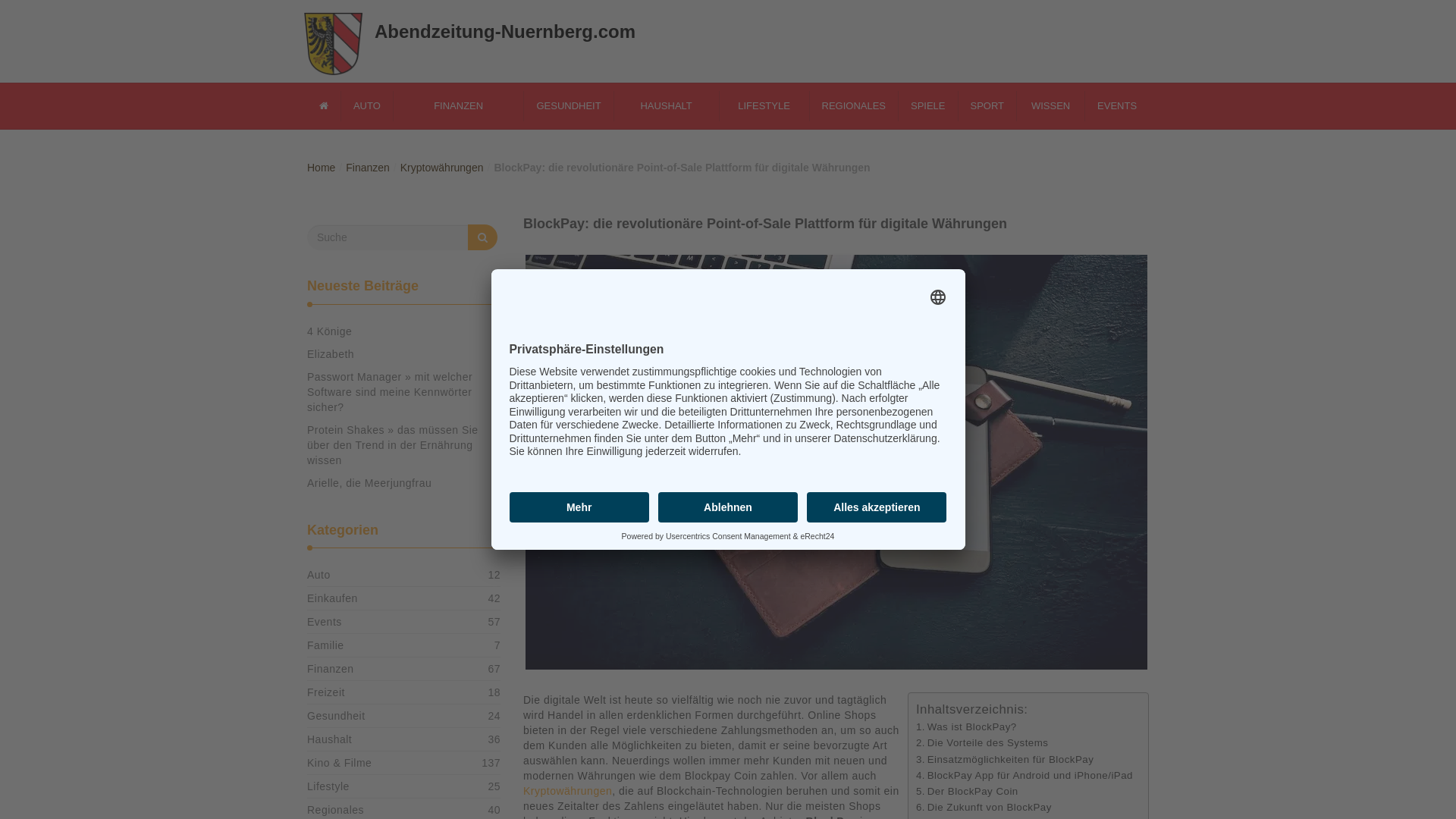  What do you see at coordinates (327, 786) in the screenshot?
I see `'Lifestyle` at bounding box center [327, 786].